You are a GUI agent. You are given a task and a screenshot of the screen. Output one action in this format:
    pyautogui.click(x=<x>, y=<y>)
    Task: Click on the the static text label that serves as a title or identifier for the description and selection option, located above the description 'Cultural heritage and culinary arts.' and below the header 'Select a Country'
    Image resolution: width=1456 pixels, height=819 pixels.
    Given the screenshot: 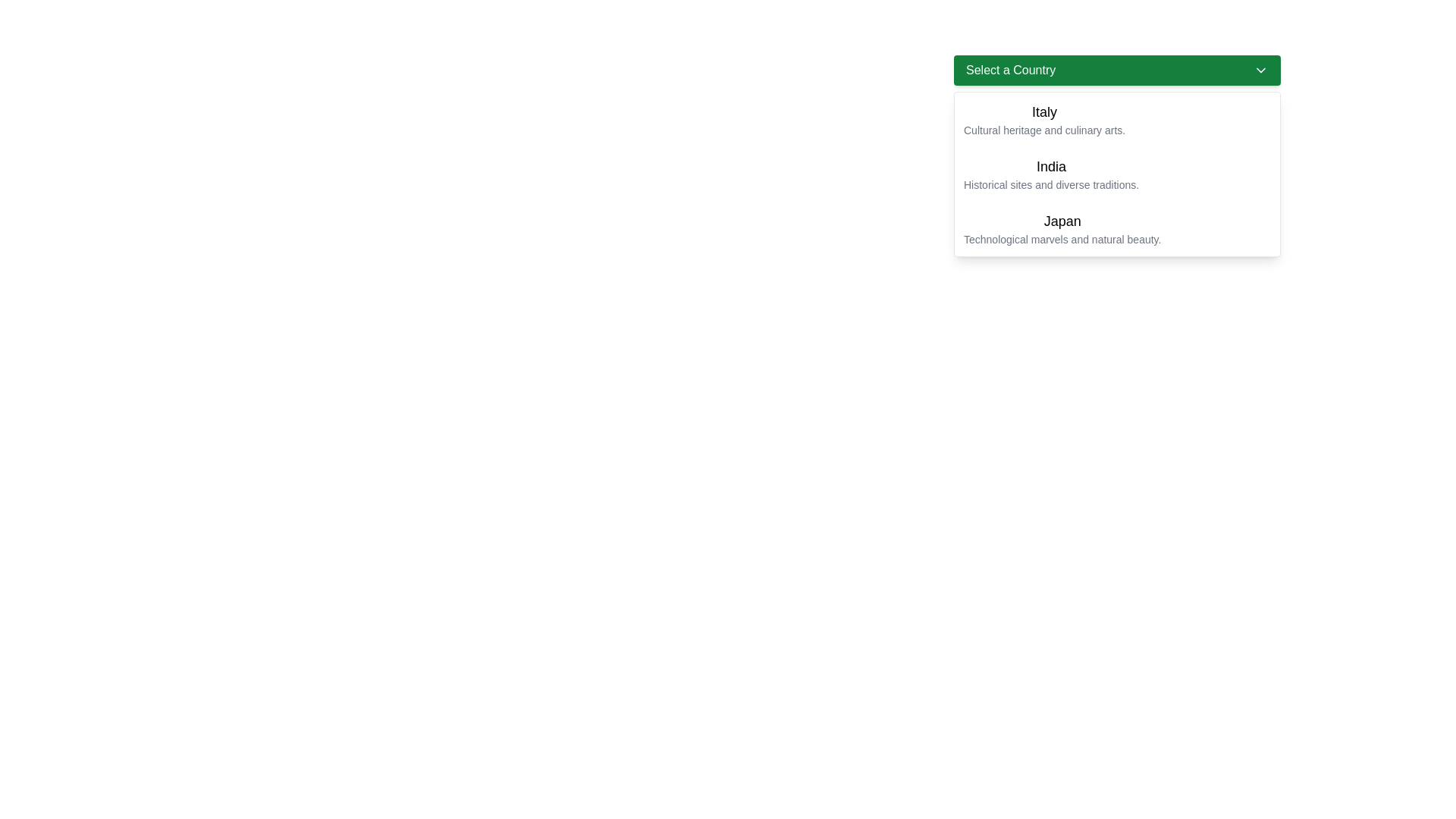 What is the action you would take?
    pyautogui.click(x=1043, y=111)
    